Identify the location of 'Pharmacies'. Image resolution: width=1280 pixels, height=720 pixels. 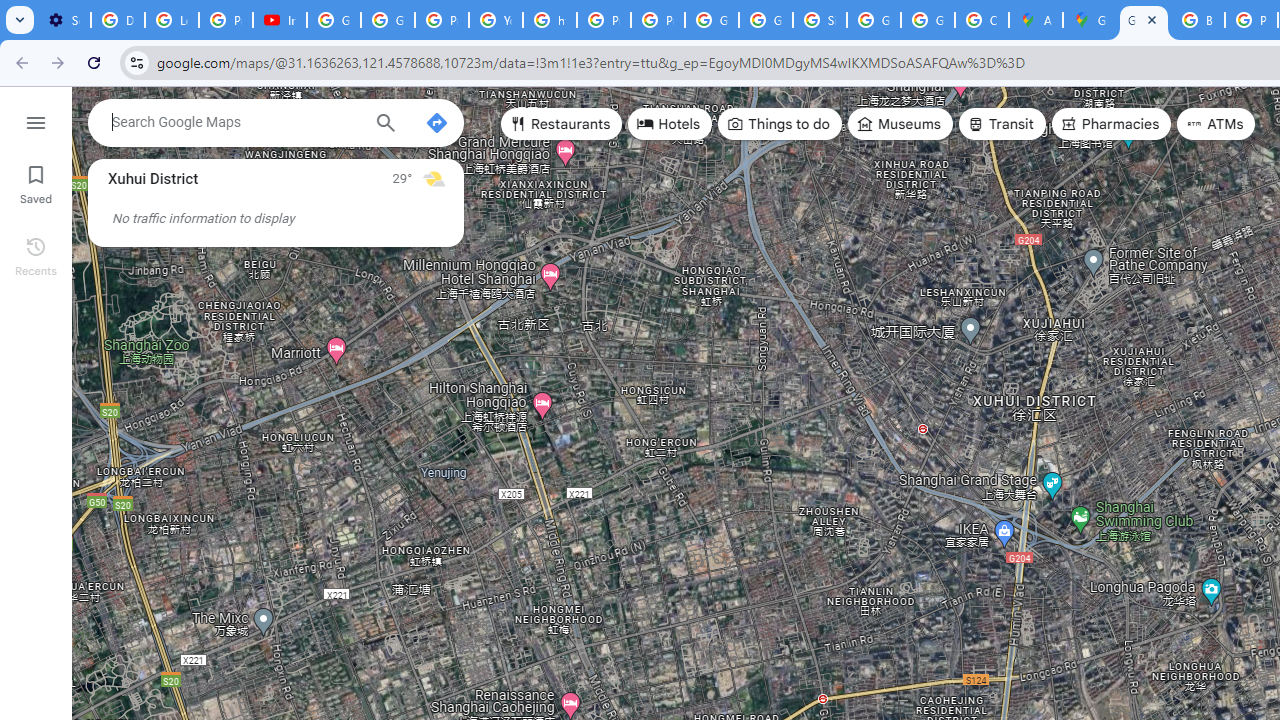
(1110, 124).